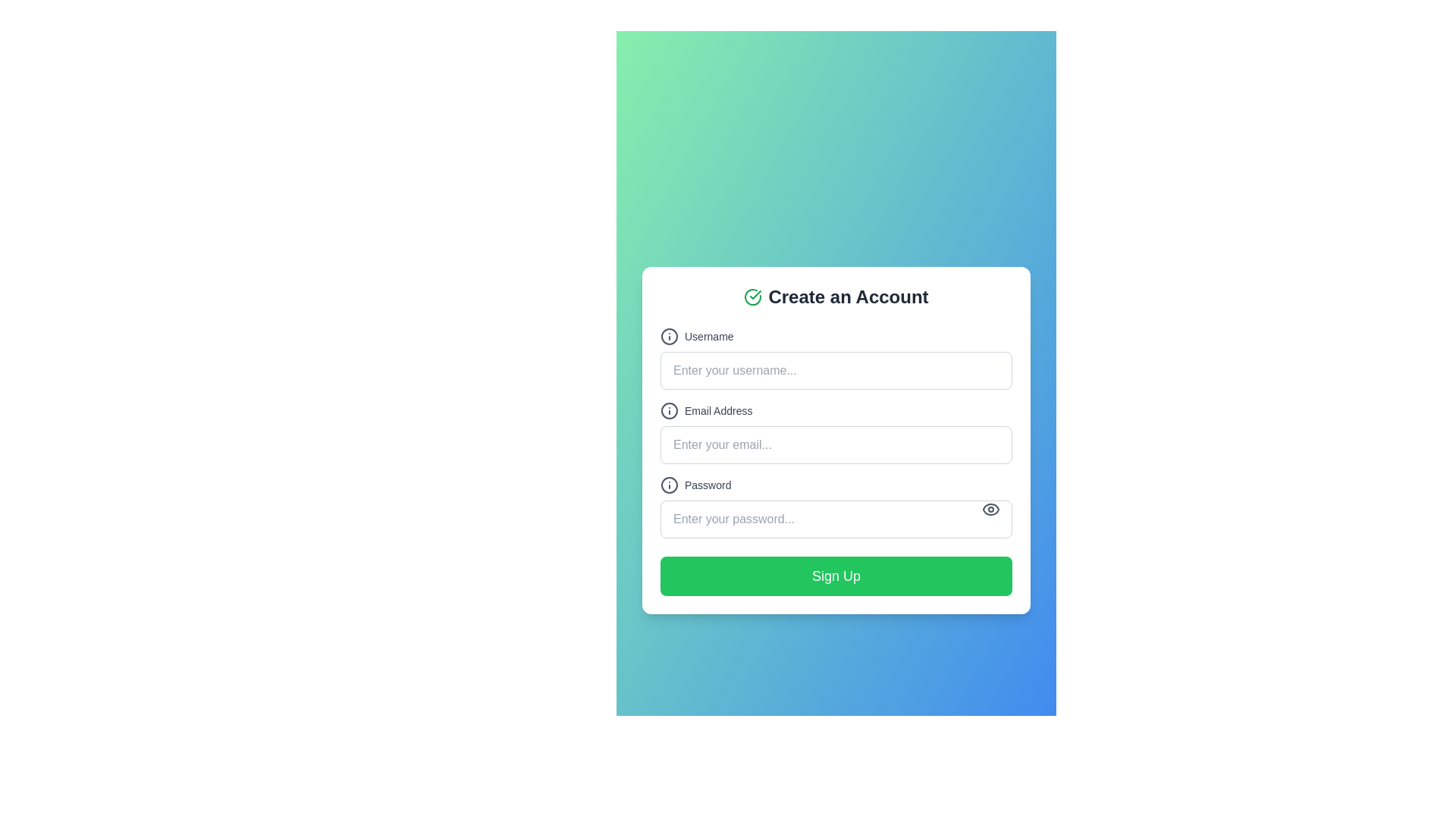 The image size is (1456, 819). I want to click on the circular gray icon with a border and a dot inside, located to the left of the 'Email Address' label in the account creation form, so click(669, 411).